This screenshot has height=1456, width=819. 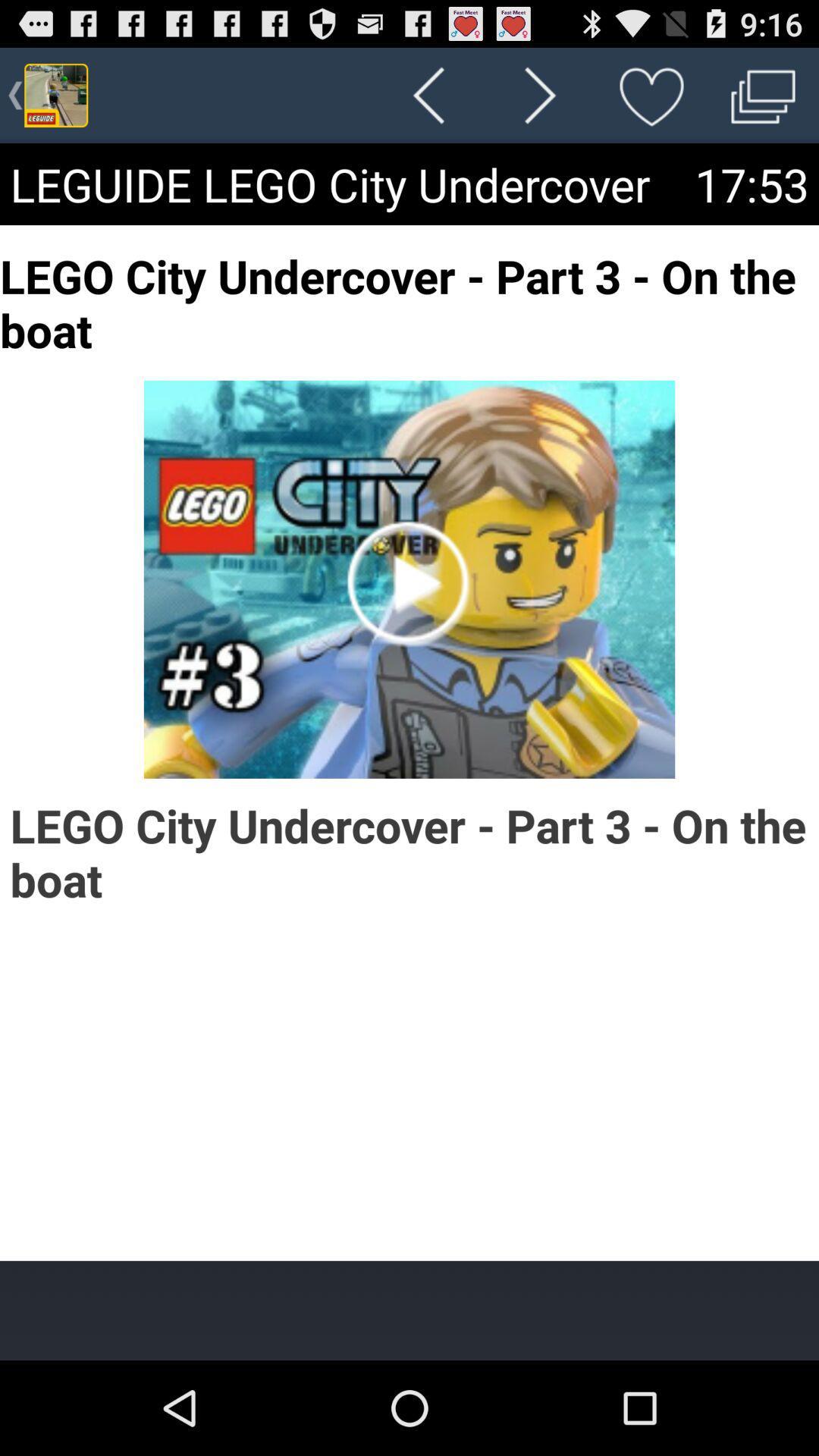 I want to click on the item below the lego city undercover app, so click(x=409, y=1310).